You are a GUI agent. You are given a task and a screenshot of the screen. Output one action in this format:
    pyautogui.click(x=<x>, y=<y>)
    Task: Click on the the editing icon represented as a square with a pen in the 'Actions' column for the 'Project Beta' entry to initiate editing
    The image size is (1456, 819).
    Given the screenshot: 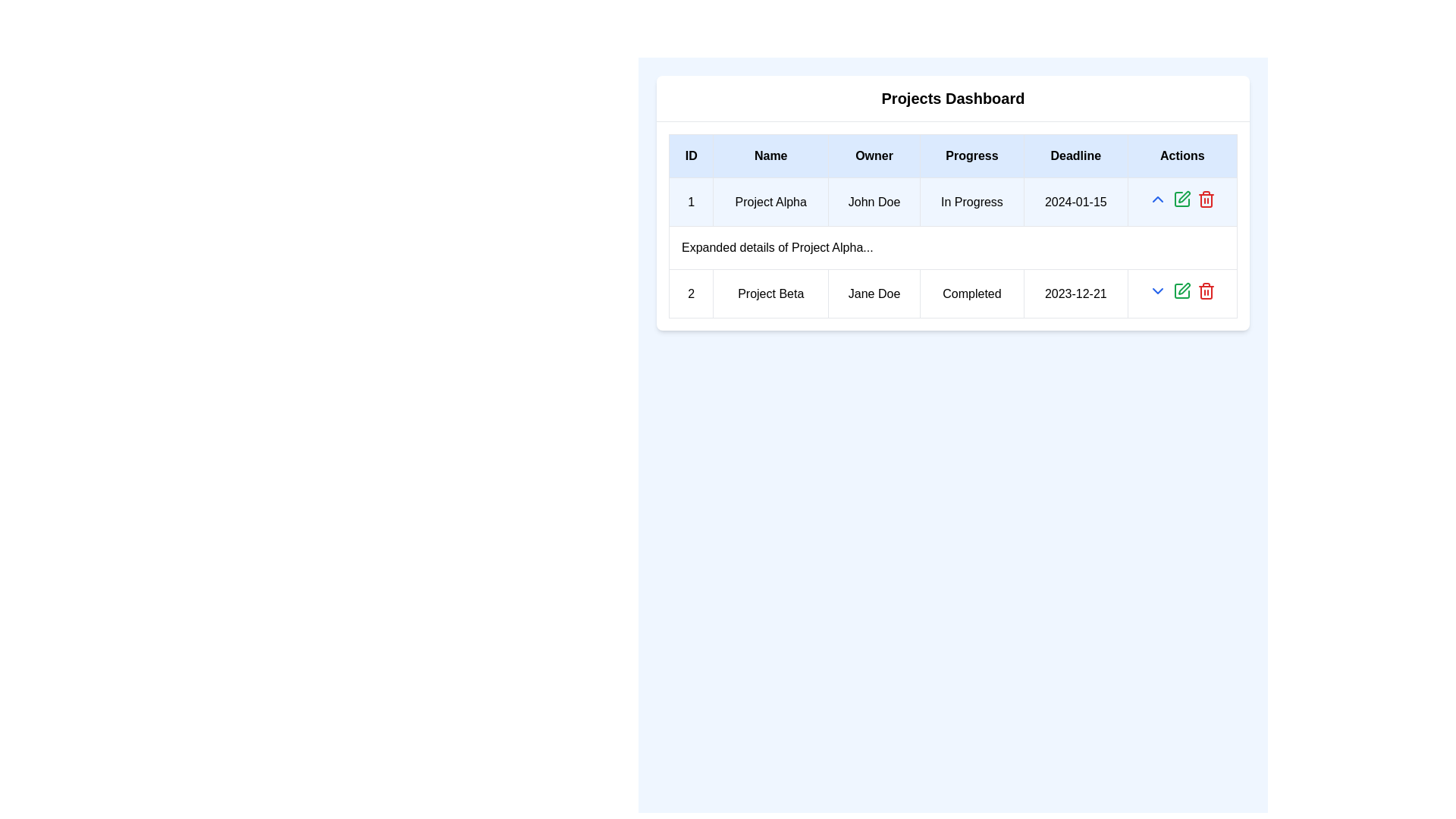 What is the action you would take?
    pyautogui.click(x=1181, y=291)
    